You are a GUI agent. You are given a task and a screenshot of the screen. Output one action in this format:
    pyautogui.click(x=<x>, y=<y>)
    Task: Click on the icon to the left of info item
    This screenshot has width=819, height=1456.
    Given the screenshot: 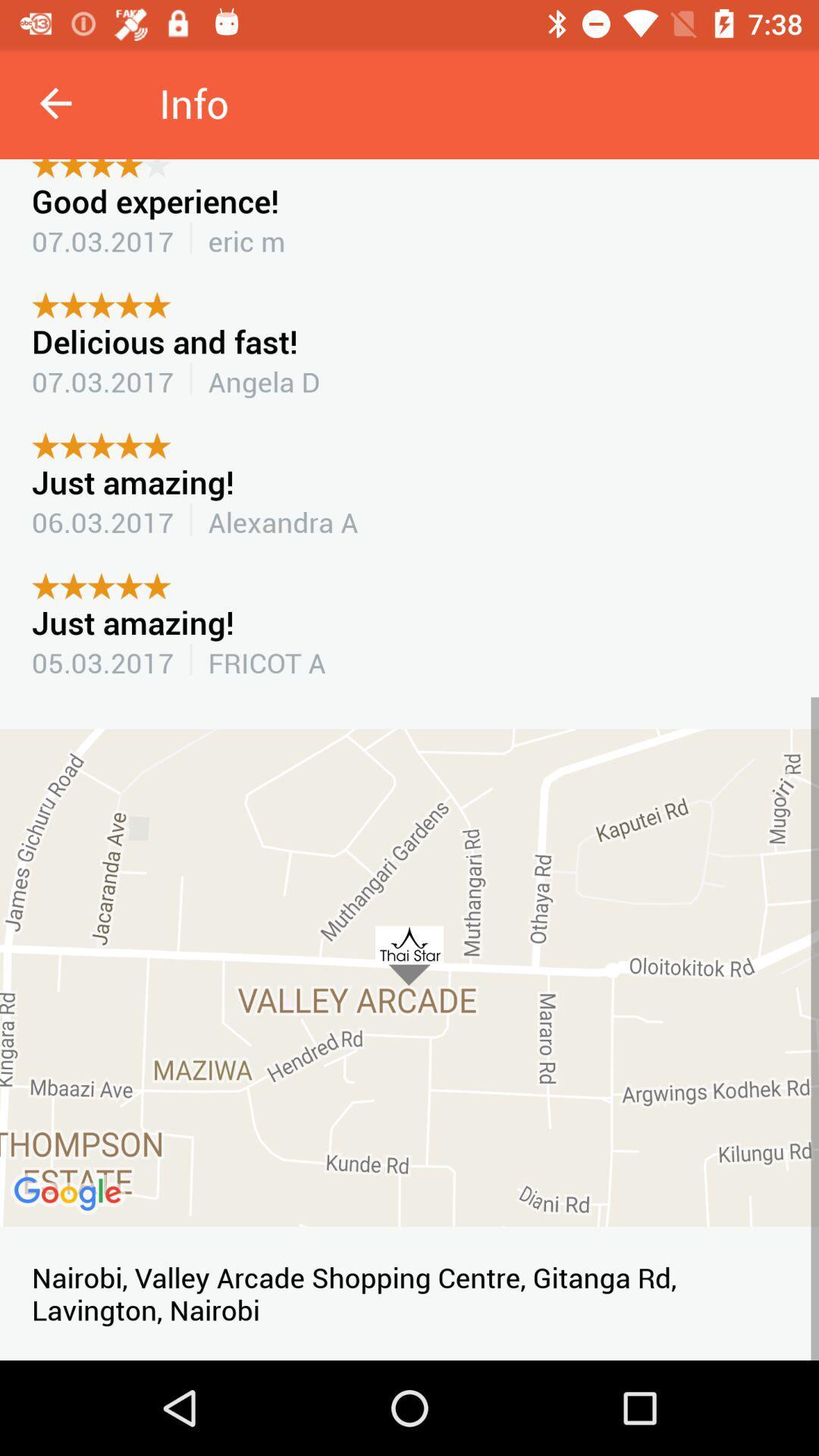 What is the action you would take?
    pyautogui.click(x=55, y=102)
    